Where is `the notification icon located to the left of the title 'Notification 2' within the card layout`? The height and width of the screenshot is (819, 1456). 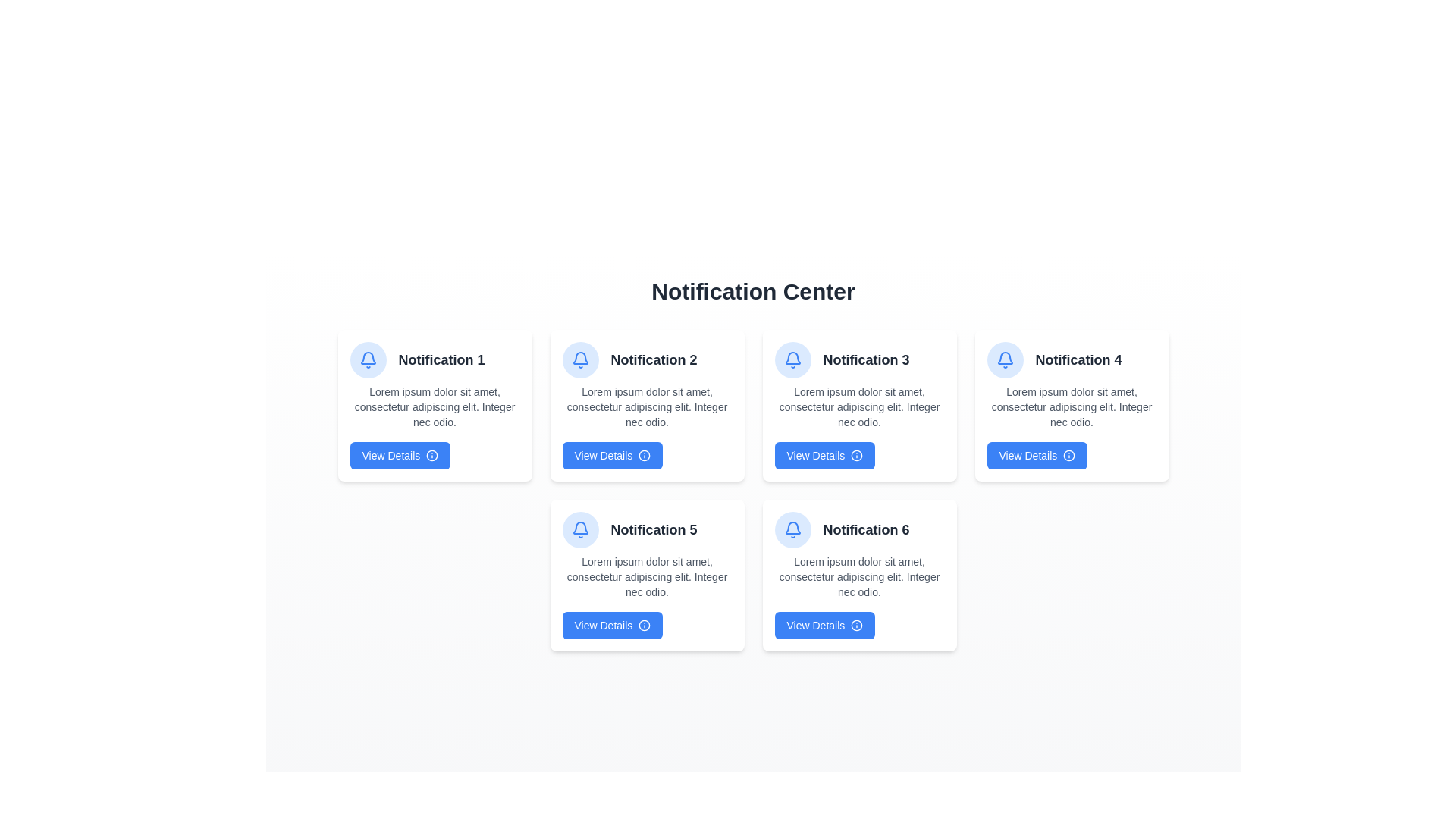 the notification icon located to the left of the title 'Notification 2' within the card layout is located at coordinates (579, 359).